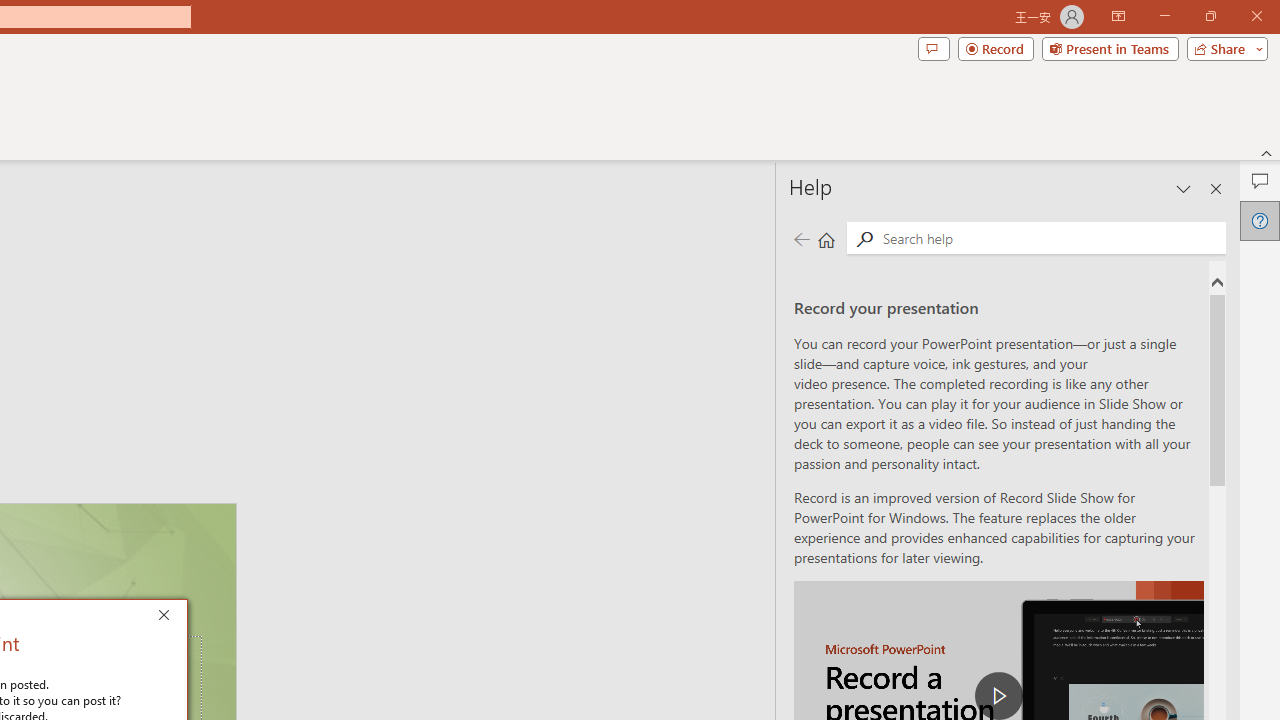  What do you see at coordinates (1164, 16) in the screenshot?
I see `'Minimize'` at bounding box center [1164, 16].